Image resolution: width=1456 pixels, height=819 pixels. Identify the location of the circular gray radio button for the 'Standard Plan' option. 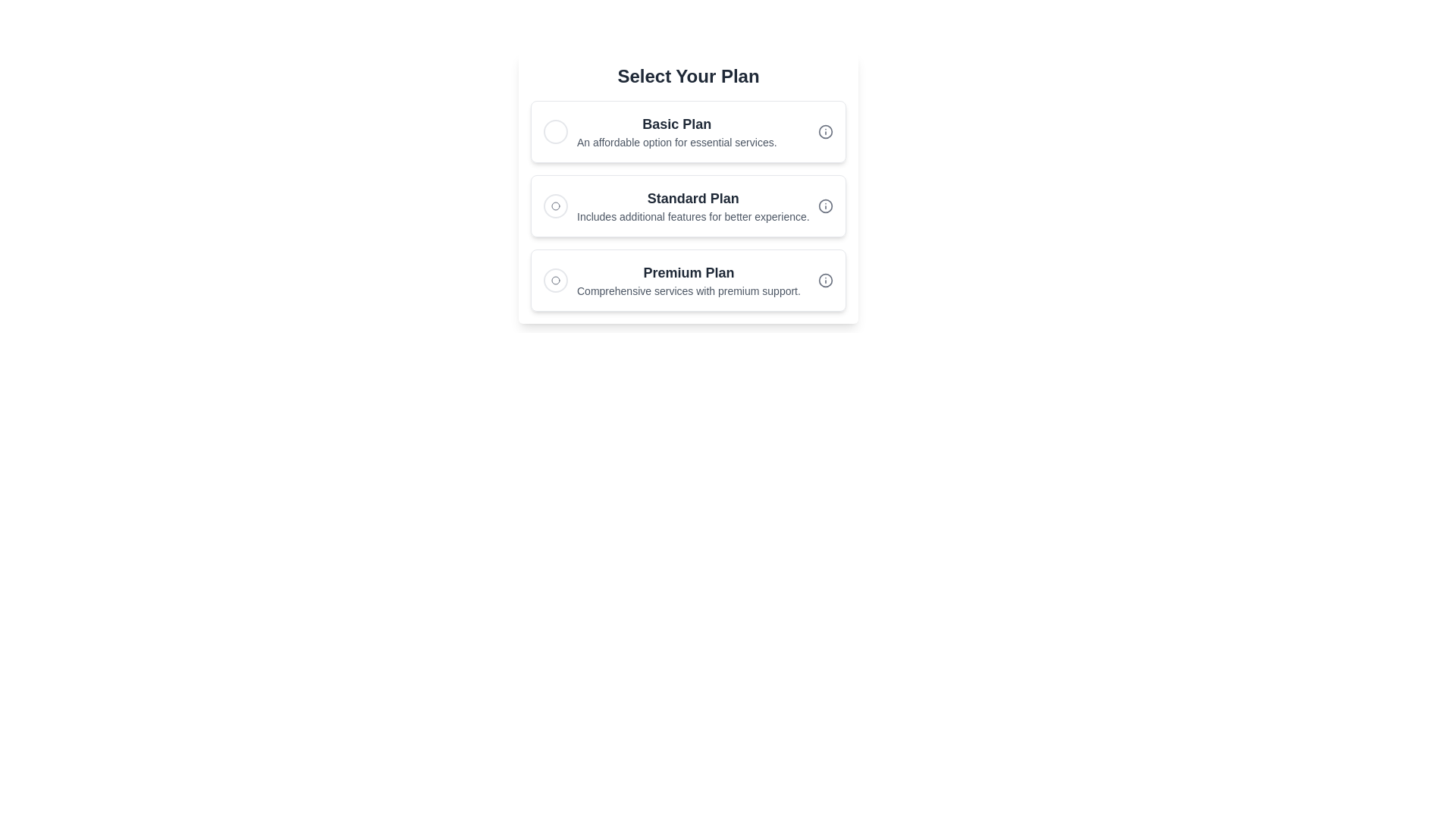
(555, 206).